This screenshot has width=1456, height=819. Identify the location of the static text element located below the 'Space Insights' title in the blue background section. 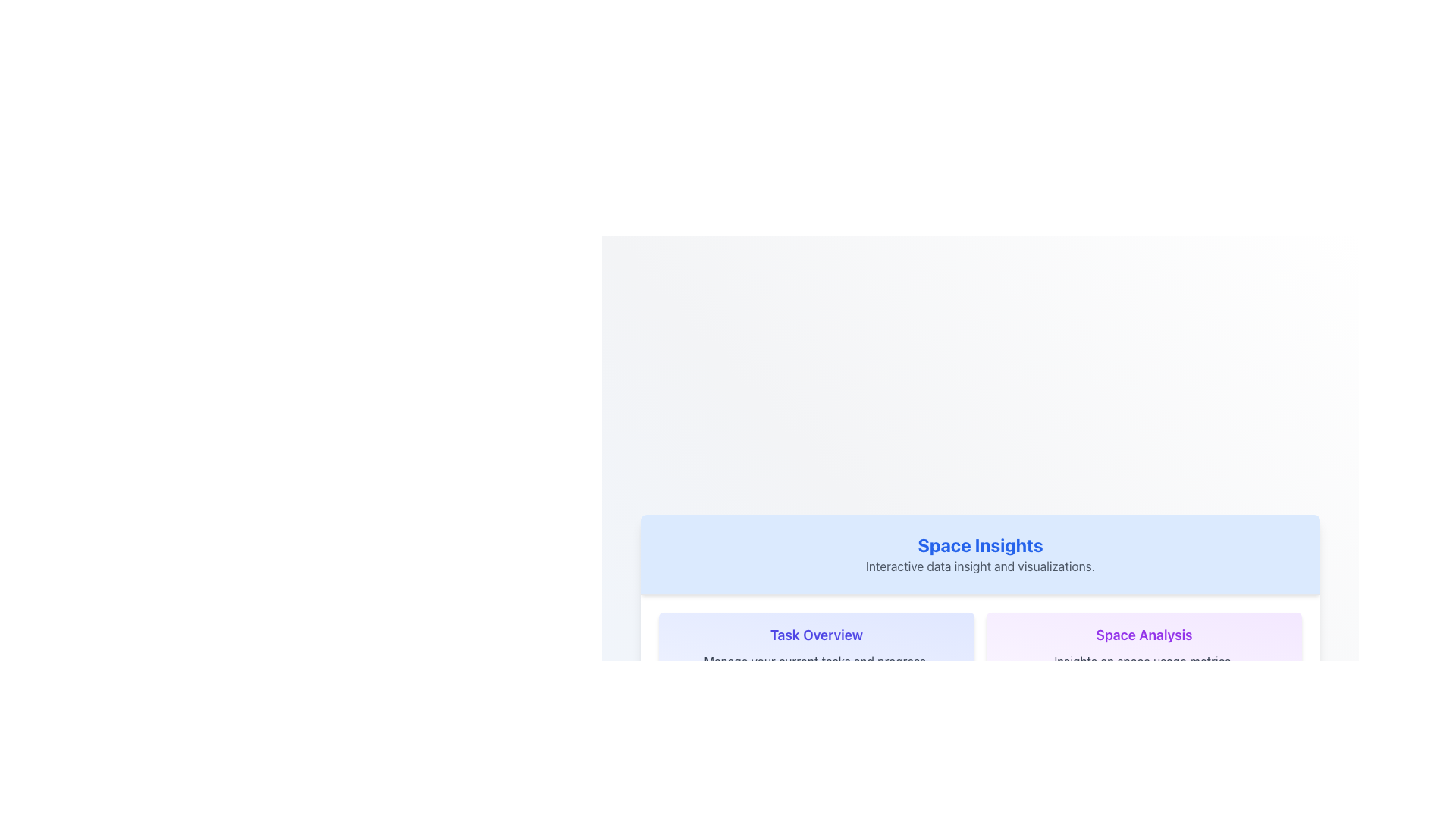
(980, 565).